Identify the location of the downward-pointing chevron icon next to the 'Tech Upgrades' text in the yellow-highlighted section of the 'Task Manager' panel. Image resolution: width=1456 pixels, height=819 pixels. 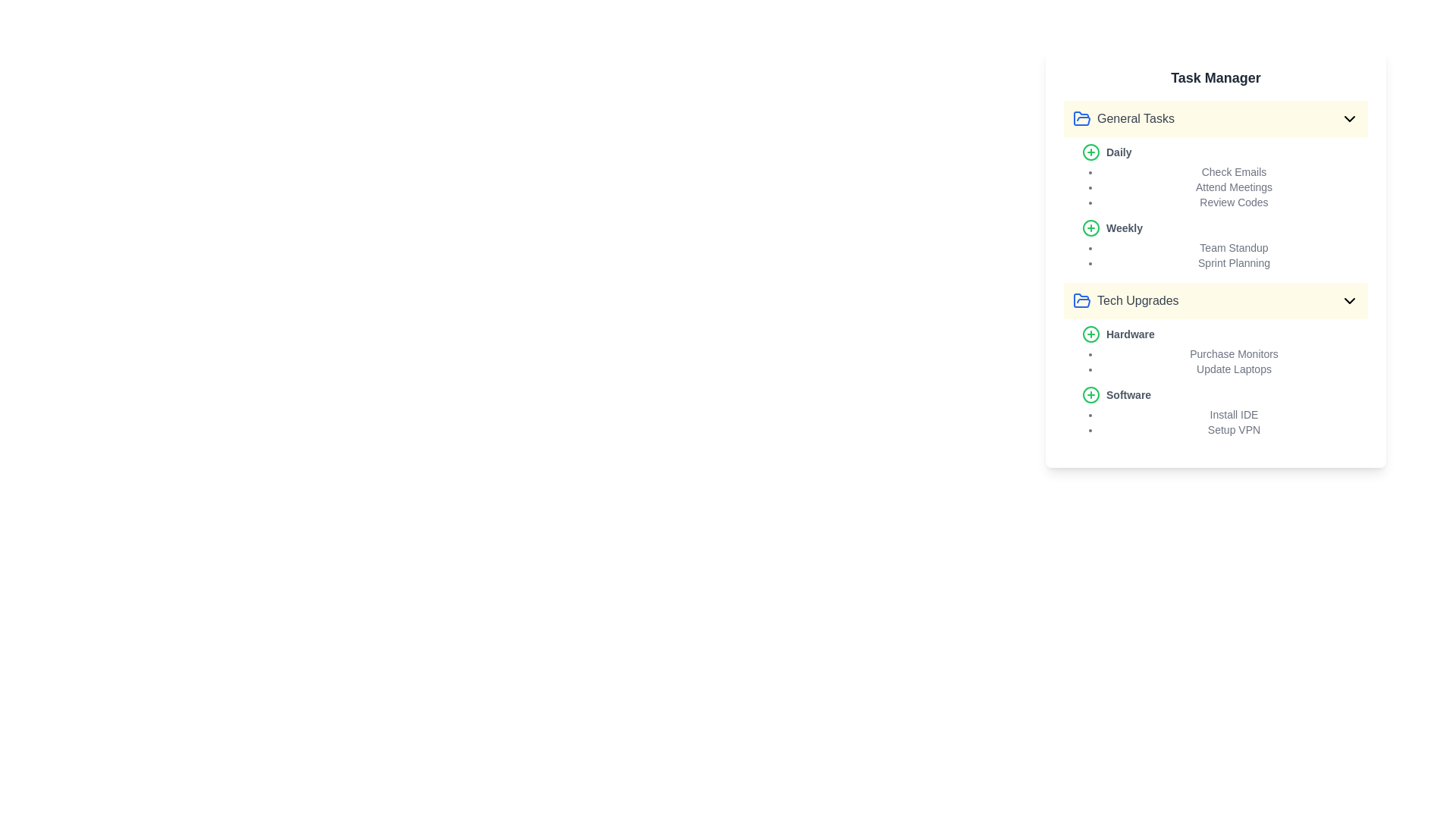
(1350, 301).